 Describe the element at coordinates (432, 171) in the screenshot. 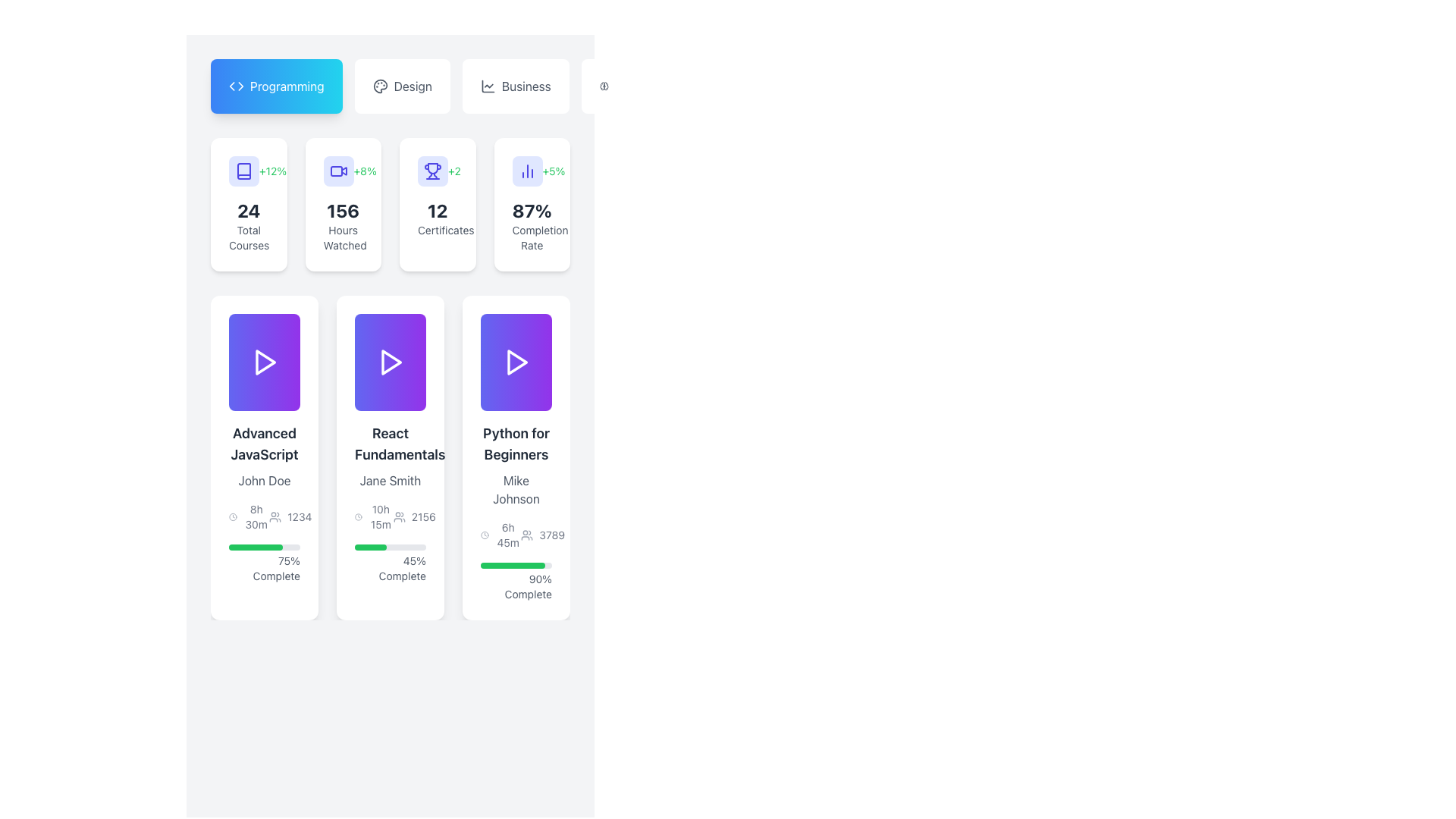

I see `the achievement icon located in the third card from the left in the top row of the grid, which represents awards or accomplishments` at that location.